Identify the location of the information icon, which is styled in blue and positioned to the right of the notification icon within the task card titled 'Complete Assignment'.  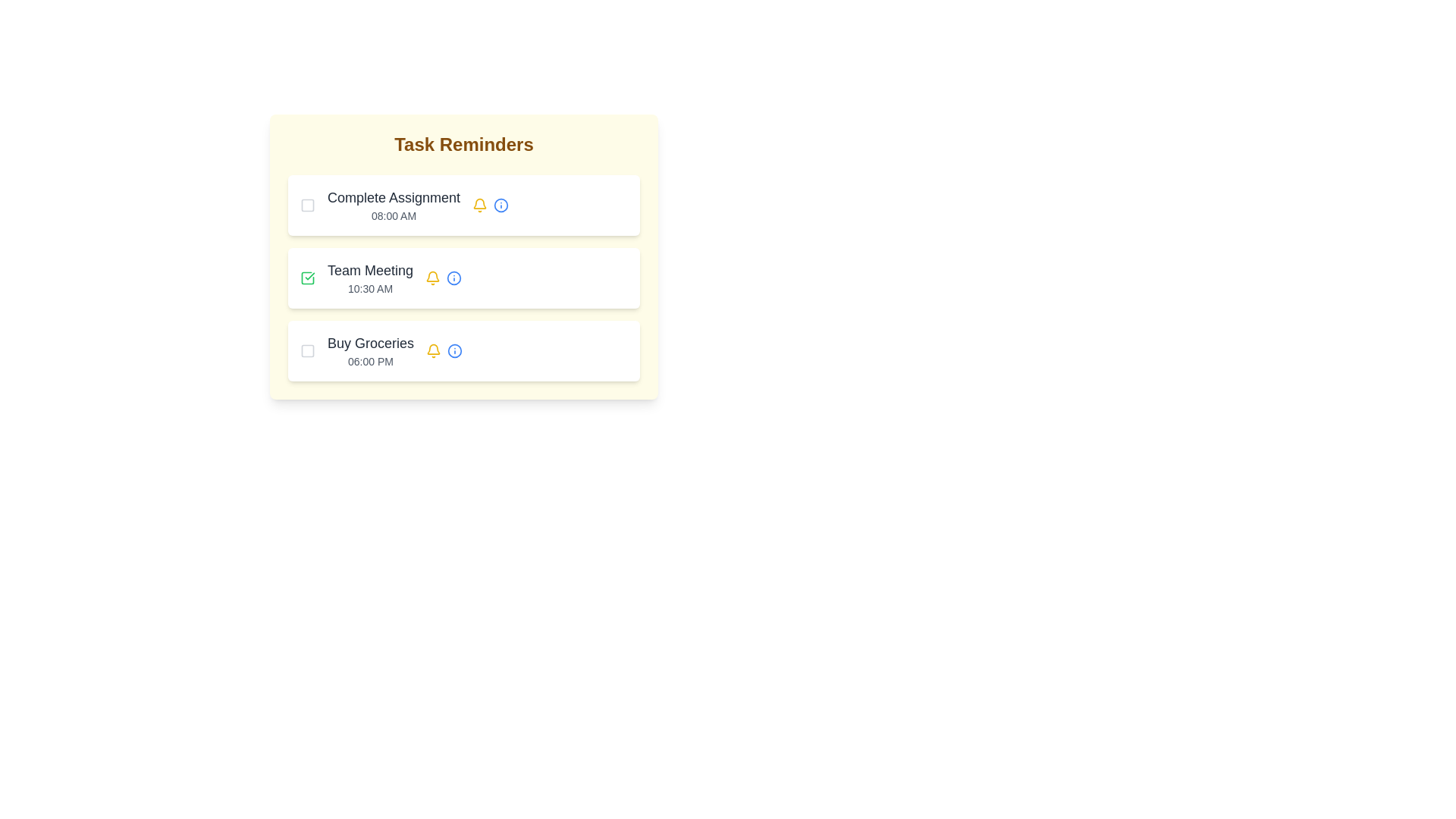
(491, 205).